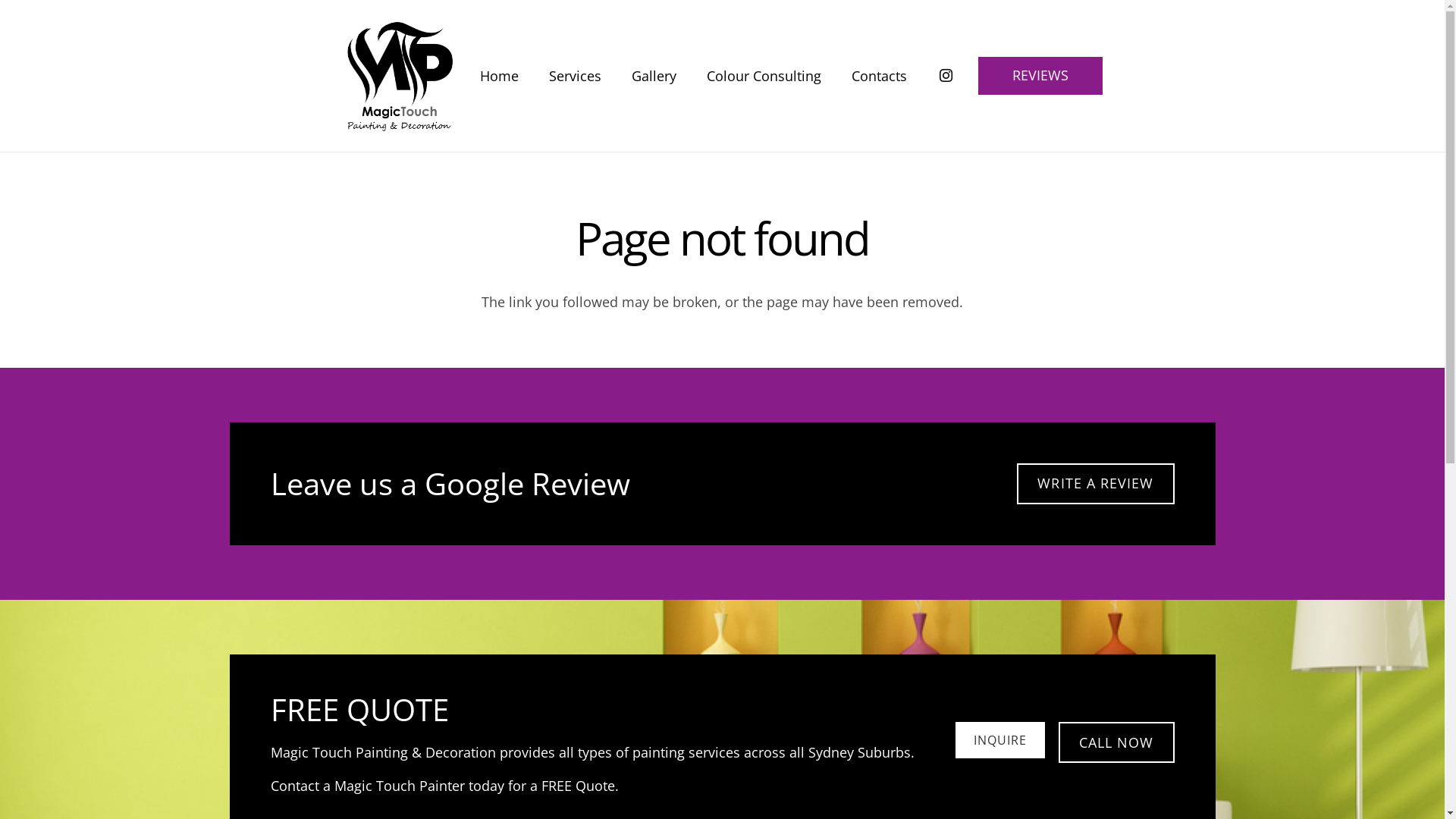  I want to click on 'Gallery', so click(654, 76).